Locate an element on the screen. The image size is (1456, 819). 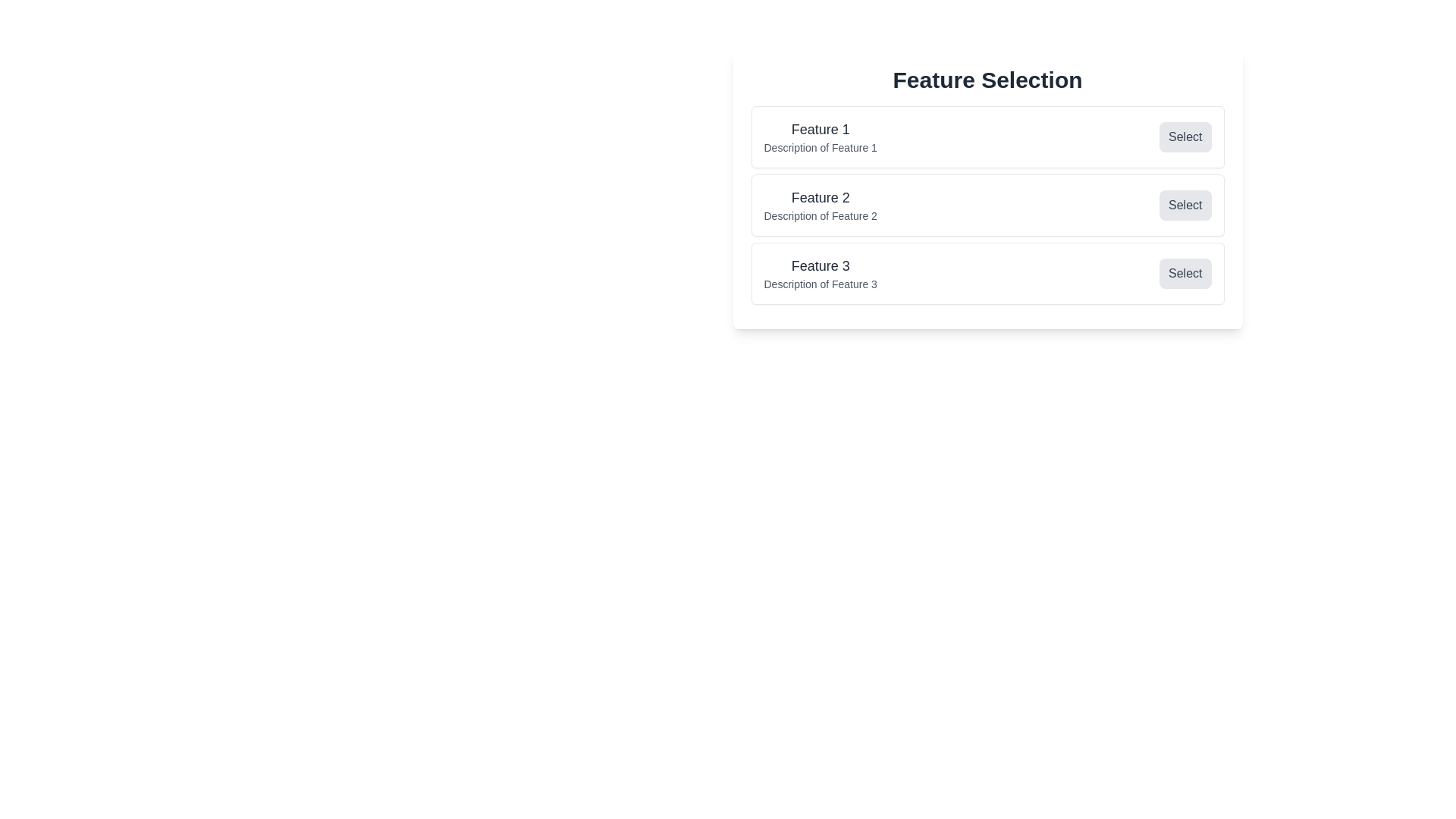
the Label with Description that contains the text 'Feature 3' and 'Description of Feature 3', which is located in the third row of a vertically stacked list, to the left of the 'Select' button is located at coordinates (820, 274).